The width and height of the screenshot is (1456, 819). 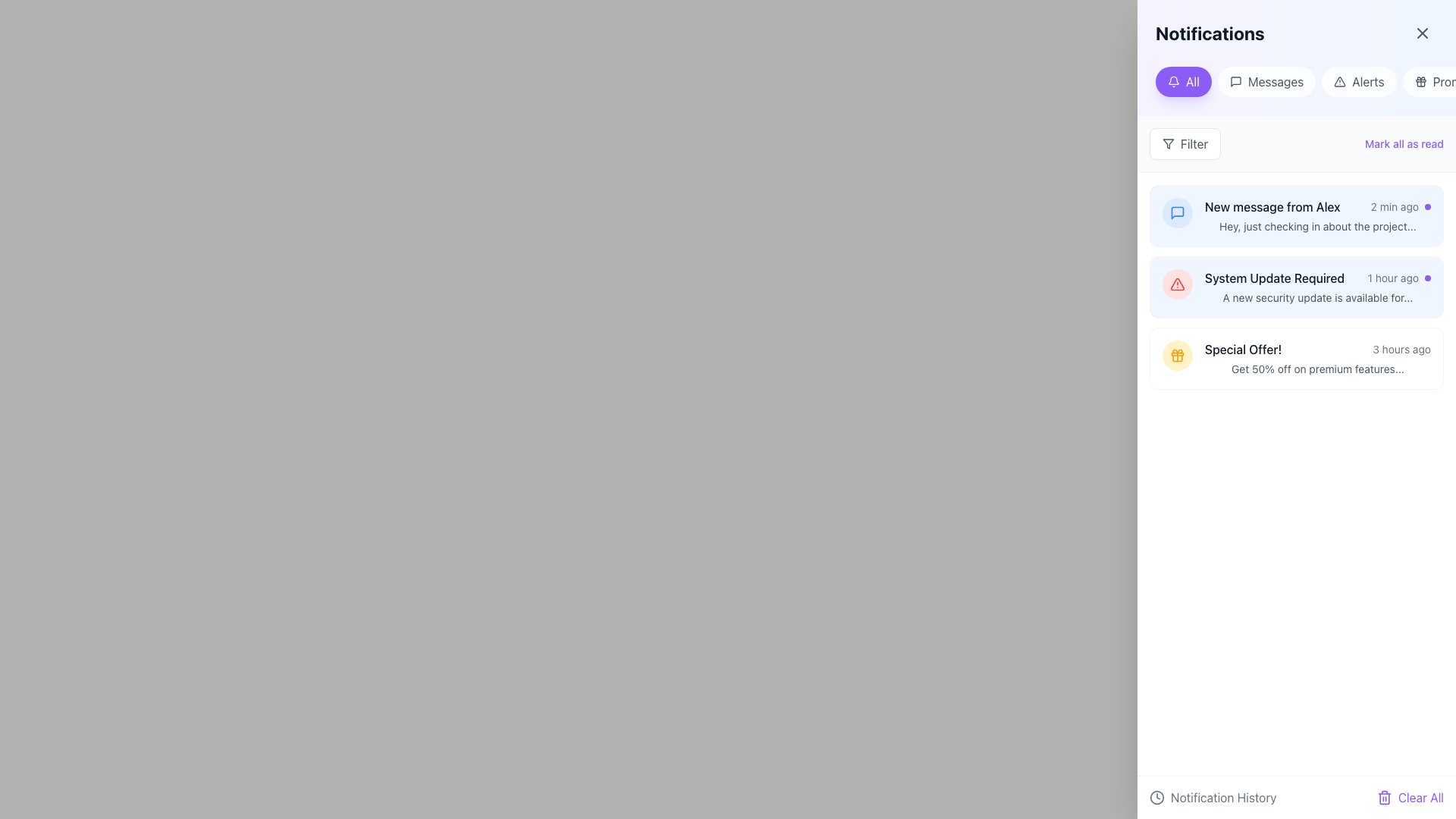 I want to click on the icon representing the 'Alerts' category located near the left side of the 'Alerts' tab, so click(x=1340, y=82).